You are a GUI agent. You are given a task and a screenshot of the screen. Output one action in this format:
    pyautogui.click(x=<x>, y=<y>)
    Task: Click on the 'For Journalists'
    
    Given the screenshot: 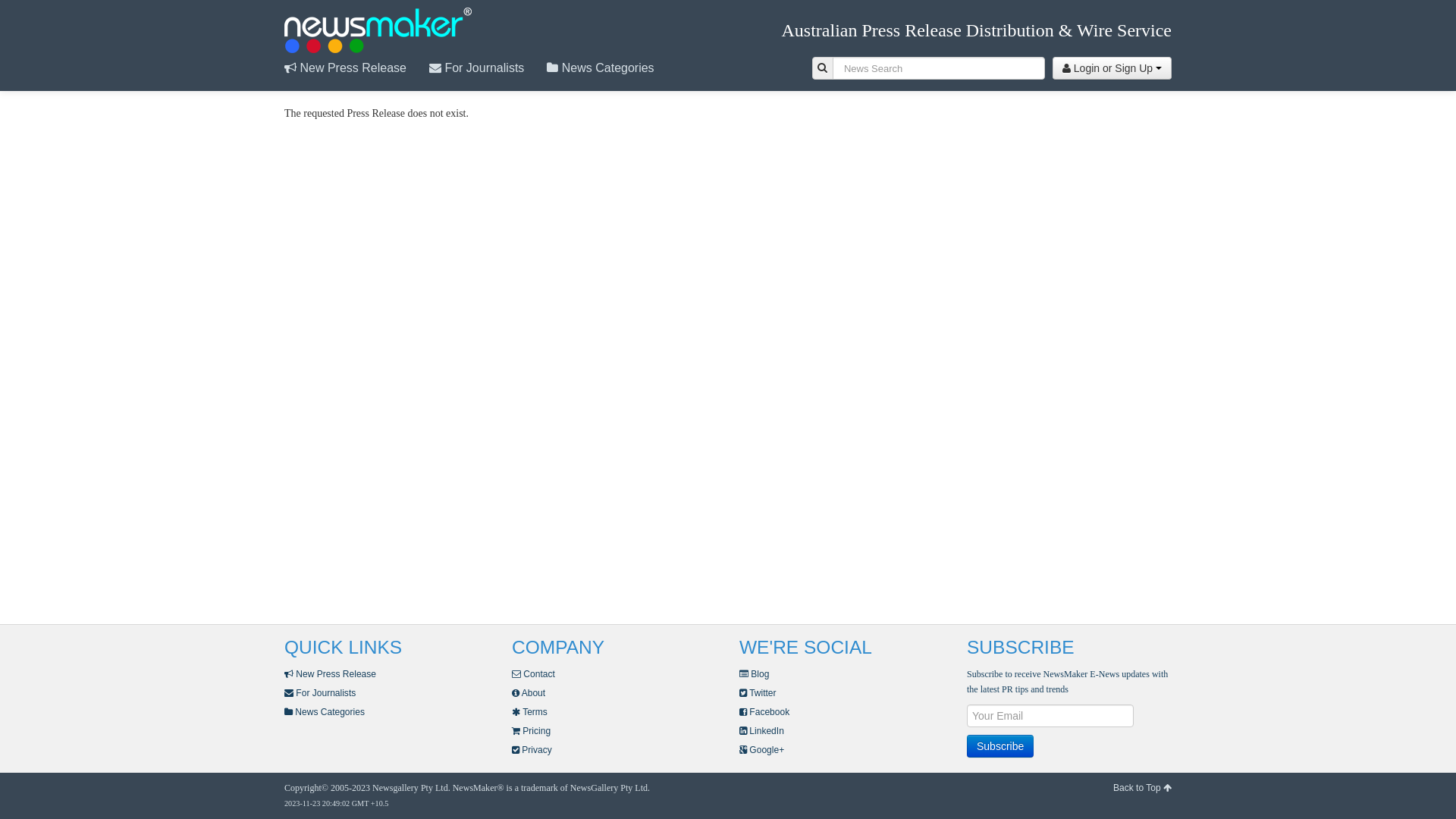 What is the action you would take?
    pyautogui.click(x=319, y=693)
    